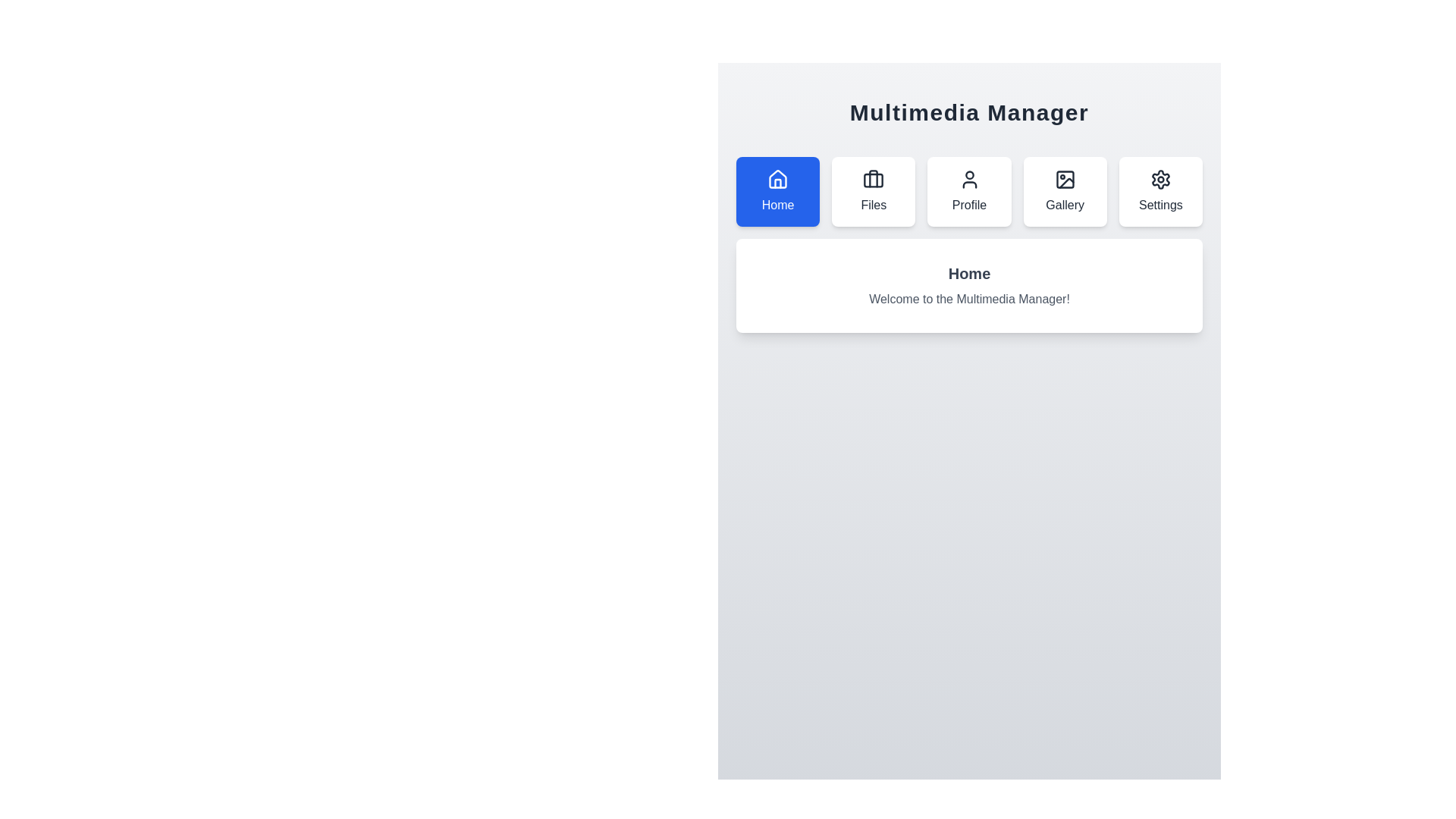 Image resolution: width=1456 pixels, height=819 pixels. I want to click on the 'Gallery' SVG Icon located as the fourth button in the horizontal menu under the header, so click(1064, 178).